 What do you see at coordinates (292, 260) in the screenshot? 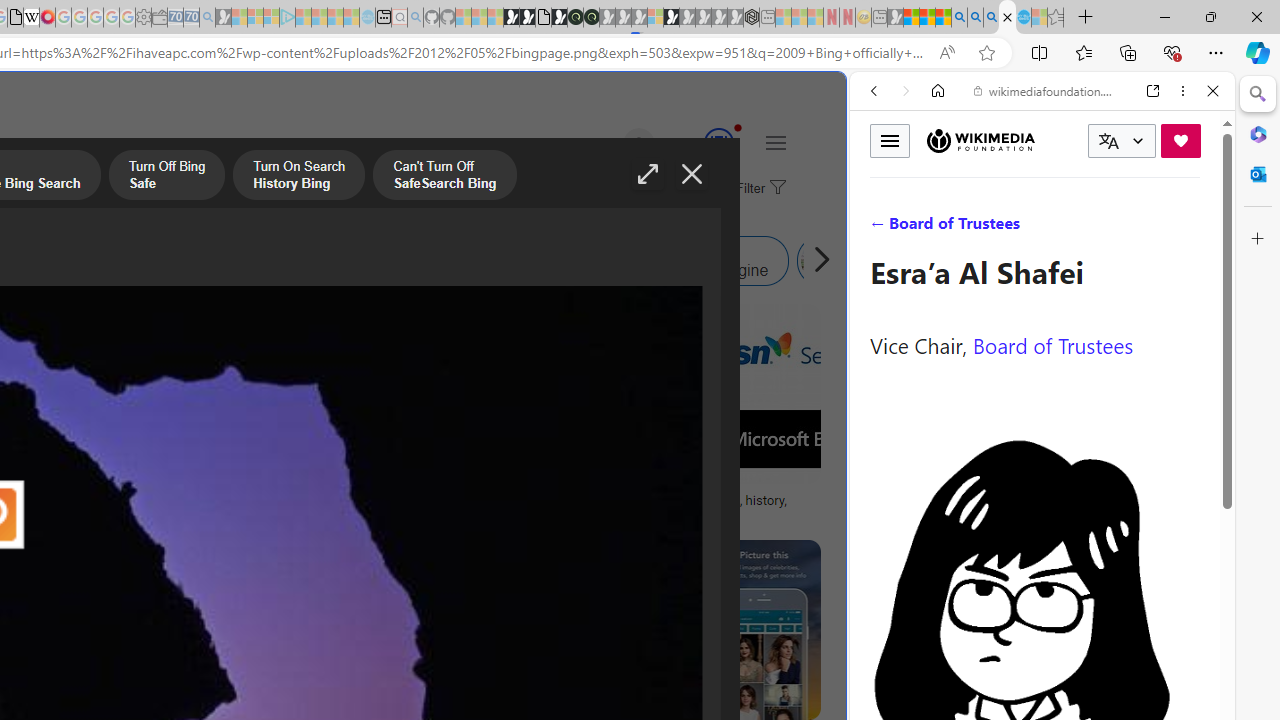
I see `'Bing Image Search Similar Images'` at bounding box center [292, 260].